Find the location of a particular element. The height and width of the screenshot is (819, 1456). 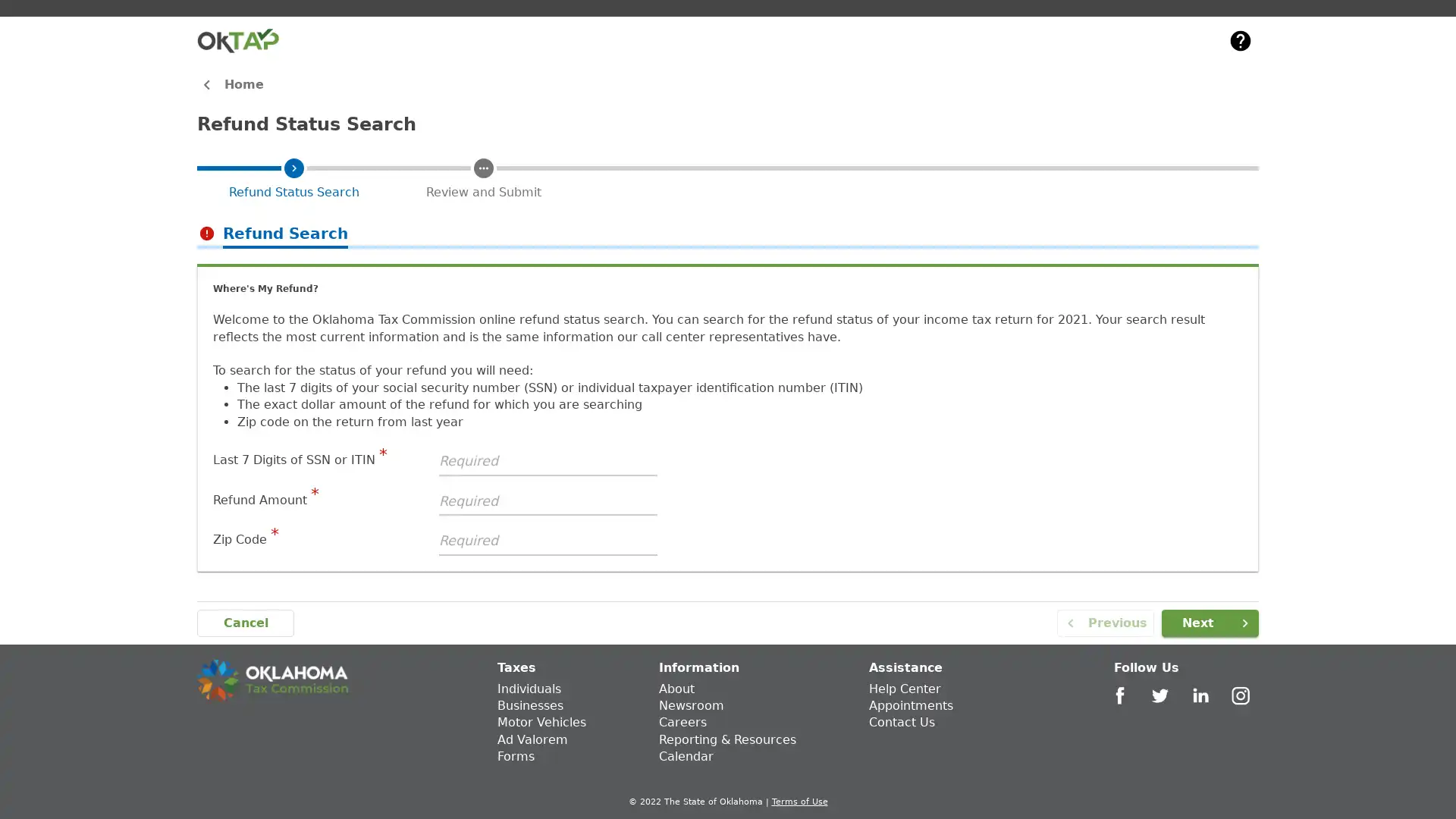

Next is located at coordinates (1210, 623).